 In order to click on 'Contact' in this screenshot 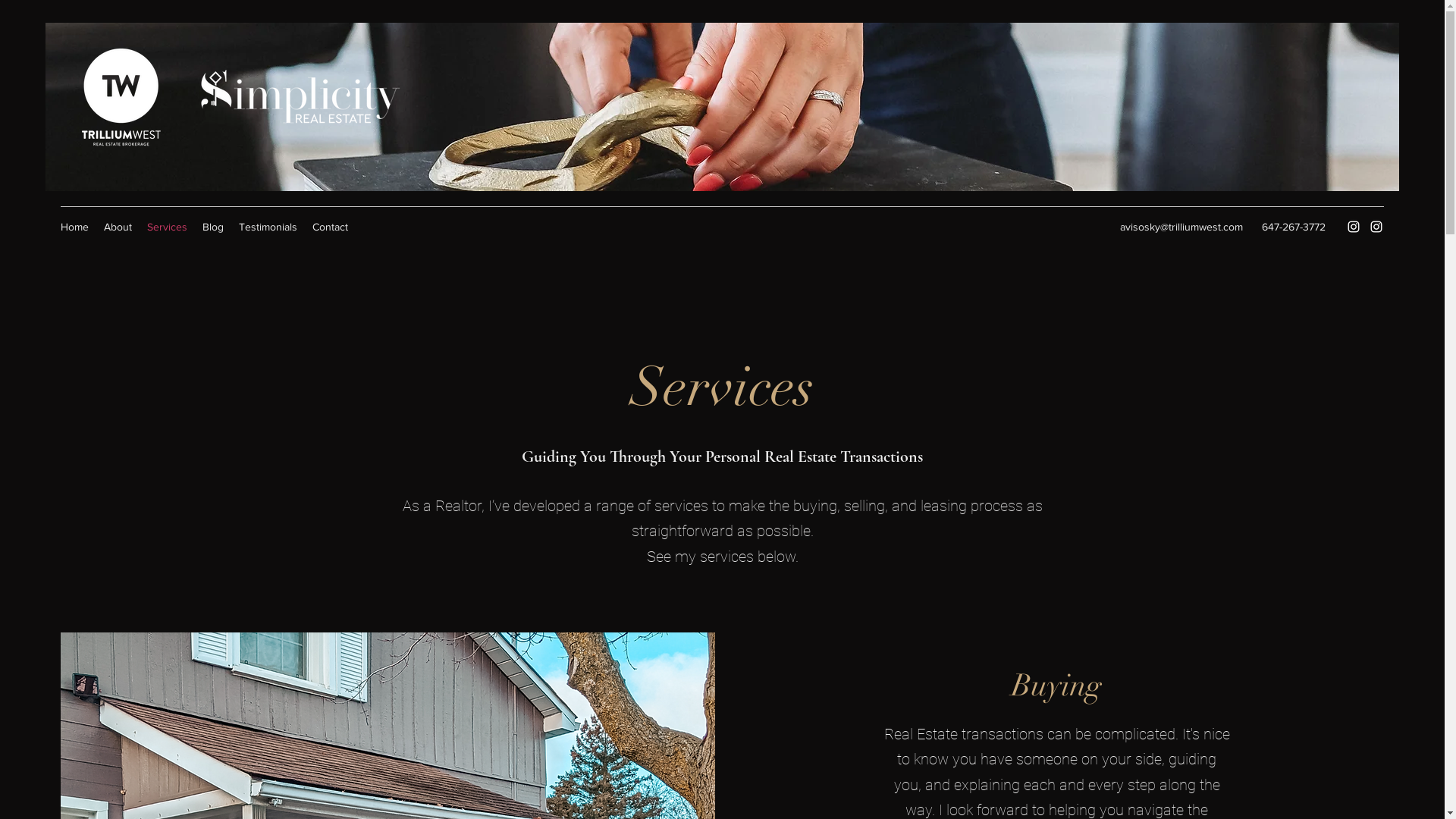, I will do `click(329, 227)`.